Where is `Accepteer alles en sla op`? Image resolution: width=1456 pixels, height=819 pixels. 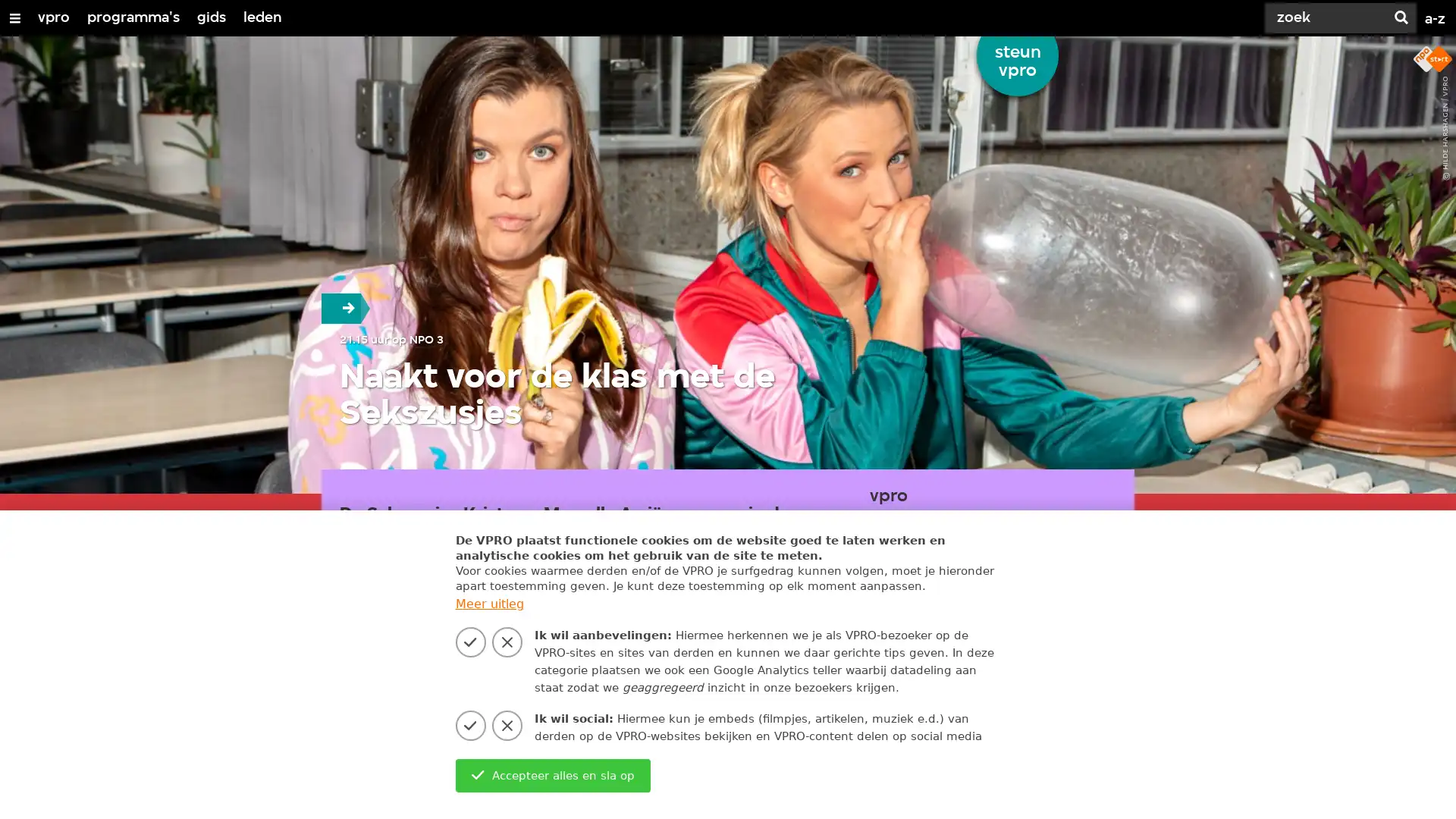
Accepteer alles en sla op is located at coordinates (551, 775).